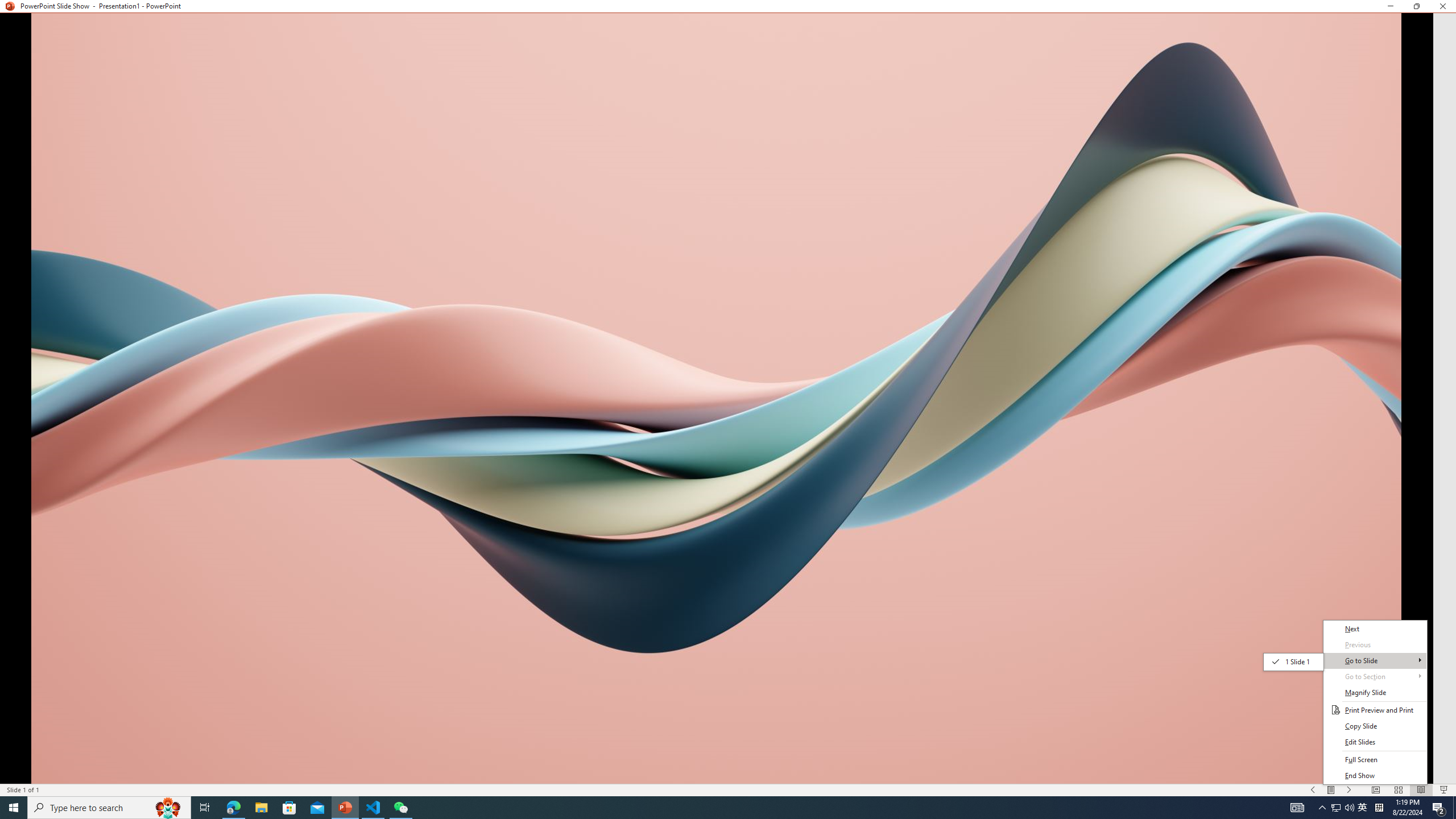 This screenshot has height=819, width=1456. Describe the element at coordinates (1313, 790) in the screenshot. I see `'Slide Show Previous On'` at that location.